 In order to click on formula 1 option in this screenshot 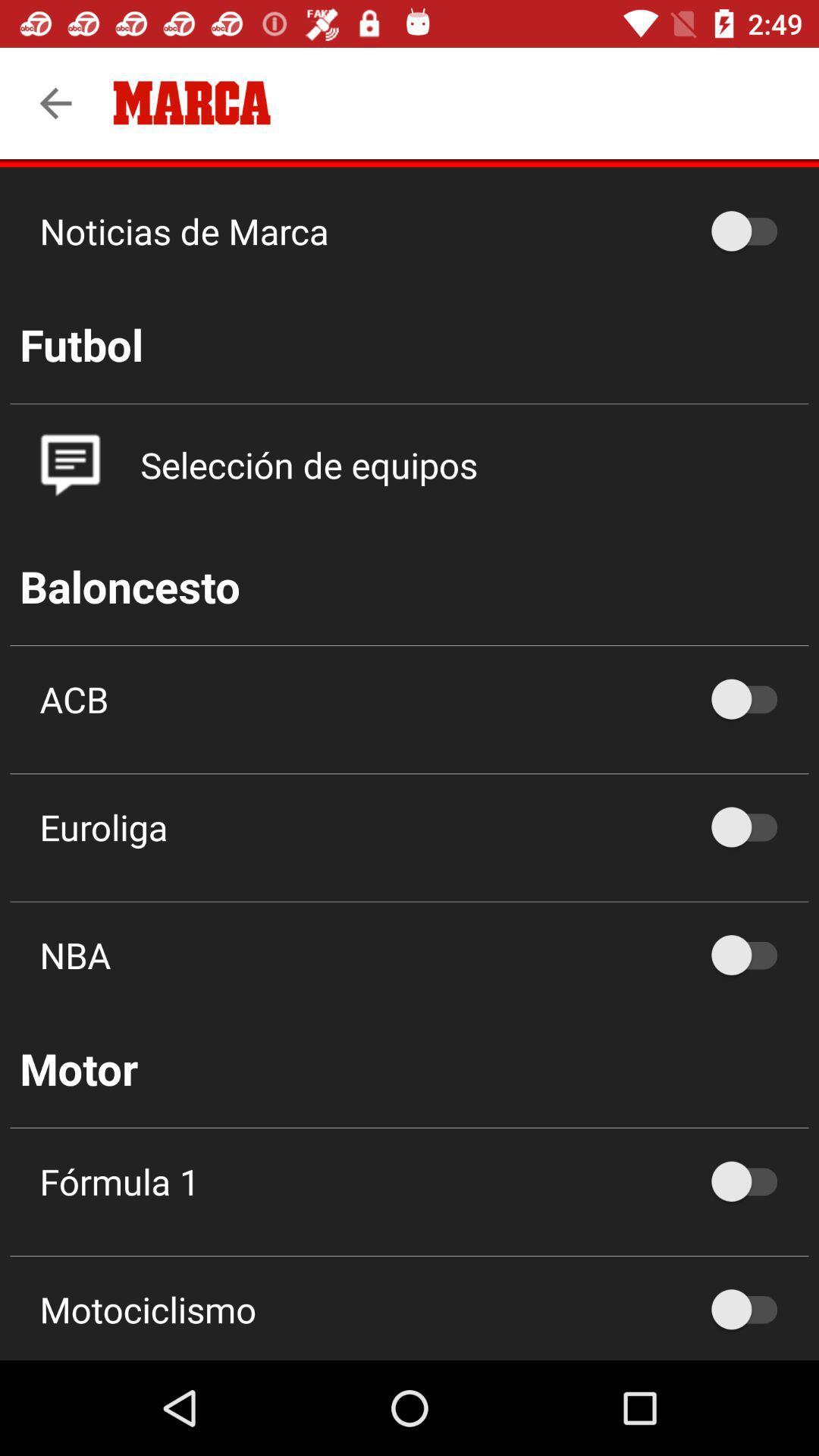, I will do `click(752, 1181)`.